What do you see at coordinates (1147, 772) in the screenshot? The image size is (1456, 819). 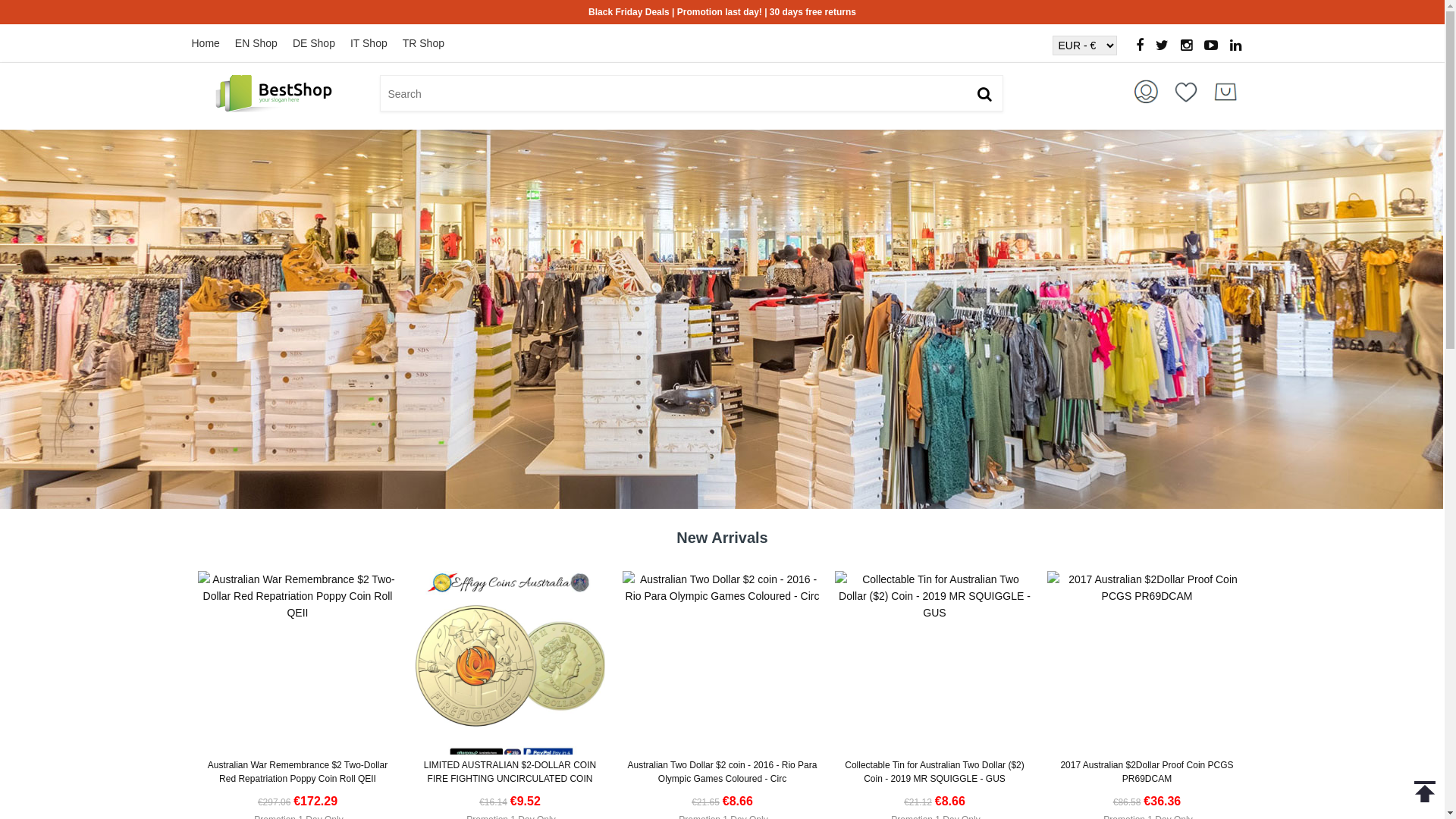 I see `'2017 Australian $2Dollar Proof Coin PCGS PR69DCAM'` at bounding box center [1147, 772].